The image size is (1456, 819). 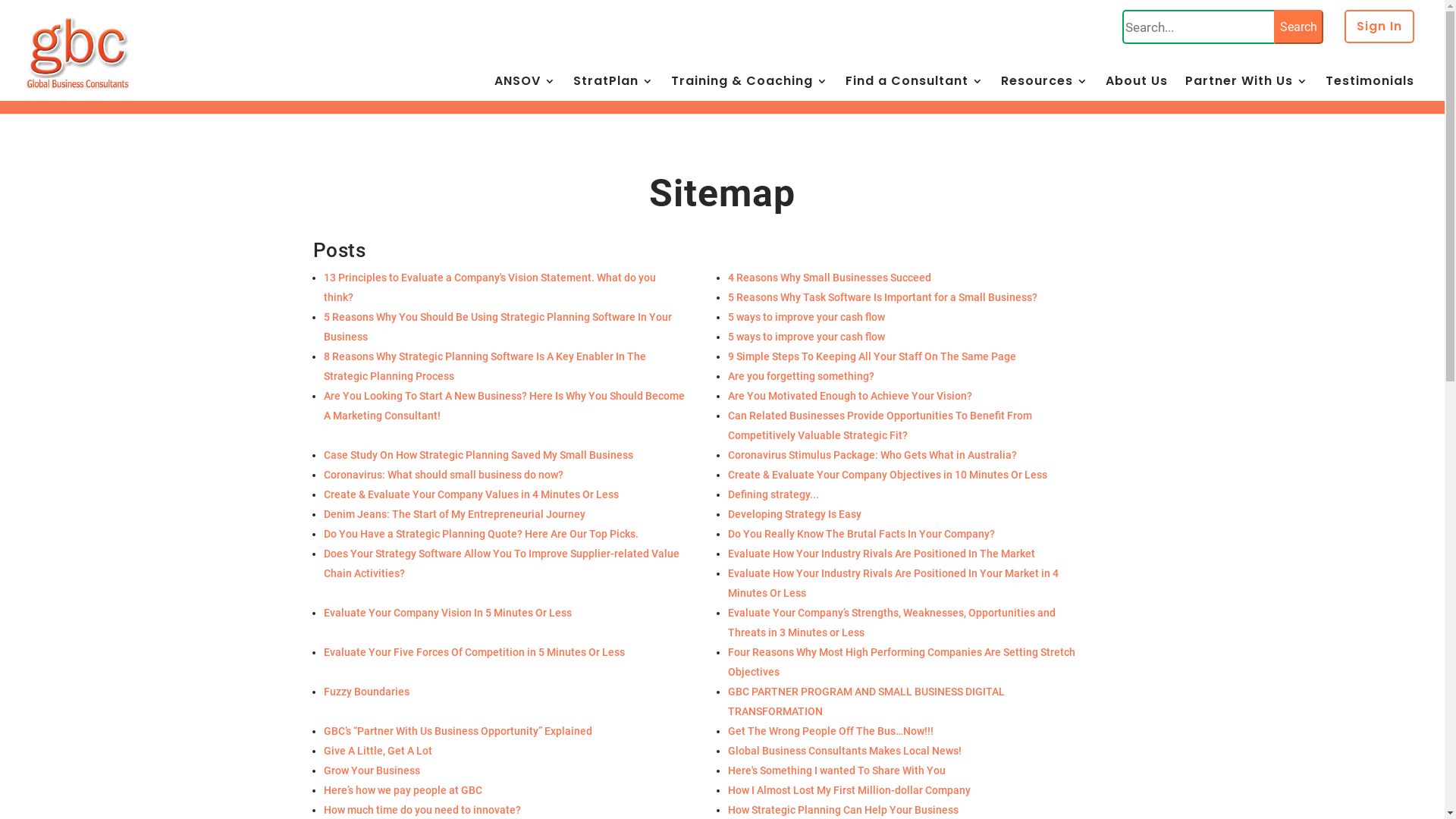 I want to click on 'Resources', so click(x=1043, y=90).